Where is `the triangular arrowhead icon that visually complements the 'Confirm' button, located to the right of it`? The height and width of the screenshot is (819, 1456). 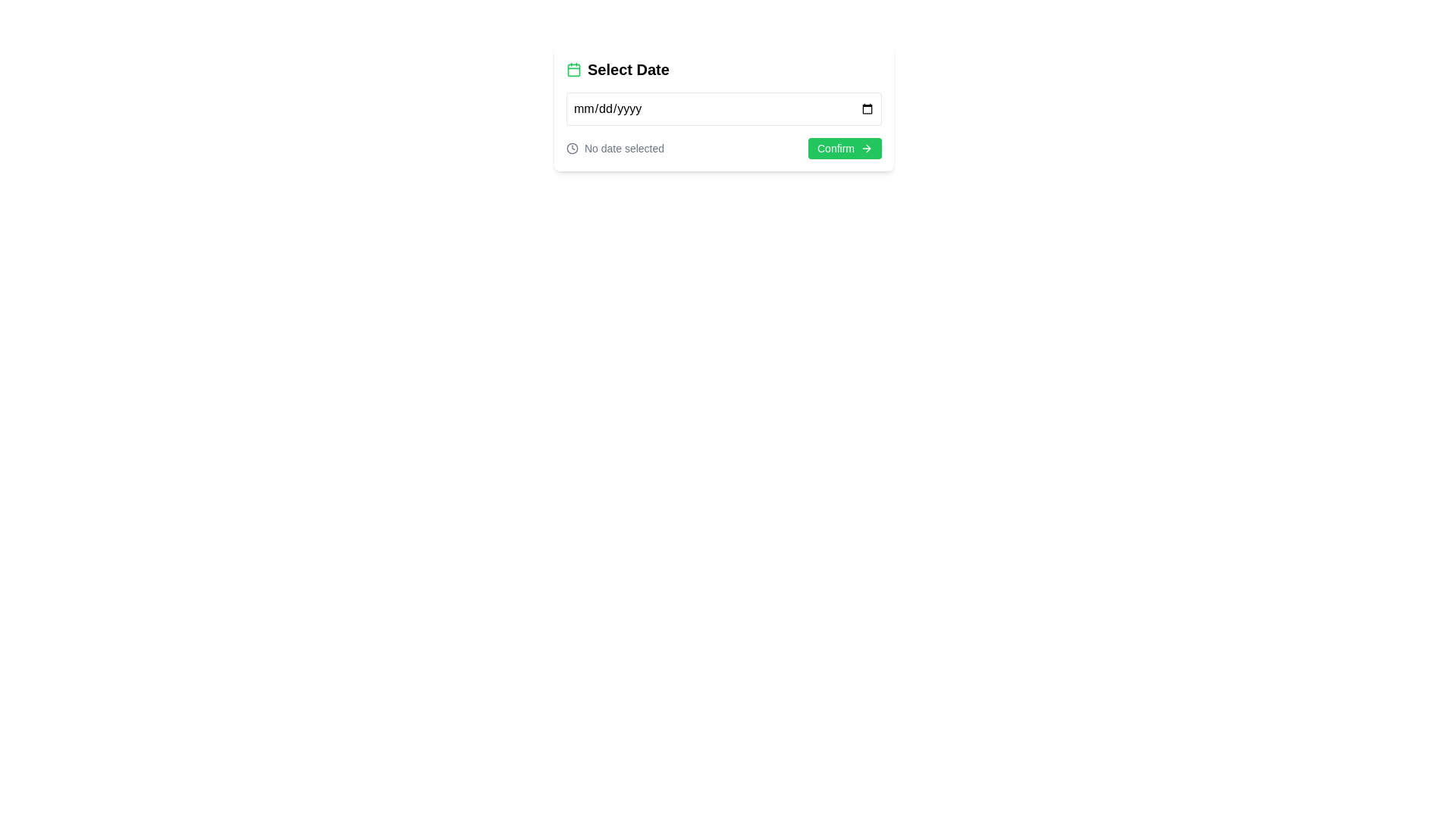 the triangular arrowhead icon that visually complements the 'Confirm' button, located to the right of it is located at coordinates (868, 149).